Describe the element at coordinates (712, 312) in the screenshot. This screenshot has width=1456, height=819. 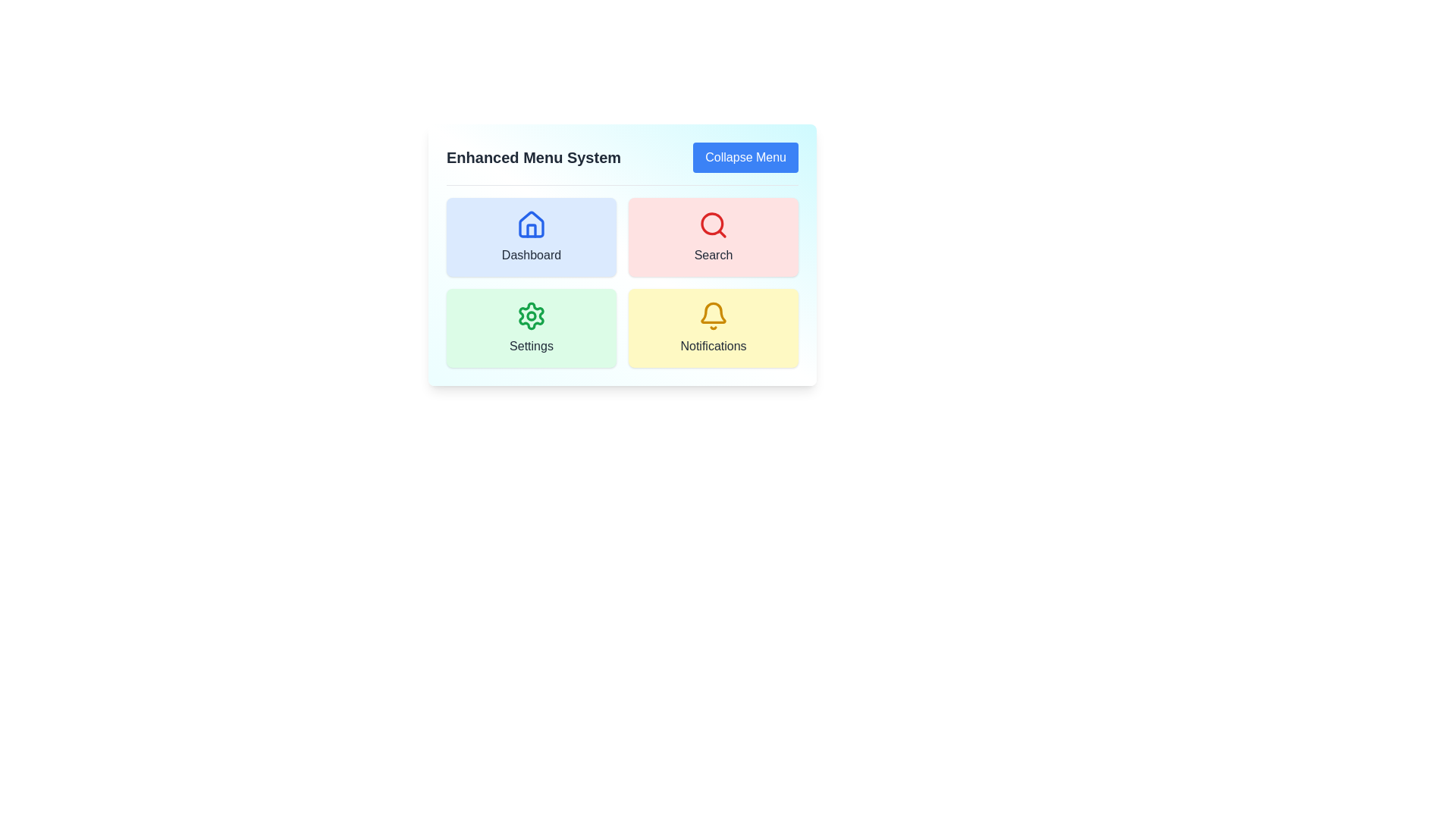
I see `the bell icon, which signifies the notifications feature, to use it as a visual cue for interaction` at that location.